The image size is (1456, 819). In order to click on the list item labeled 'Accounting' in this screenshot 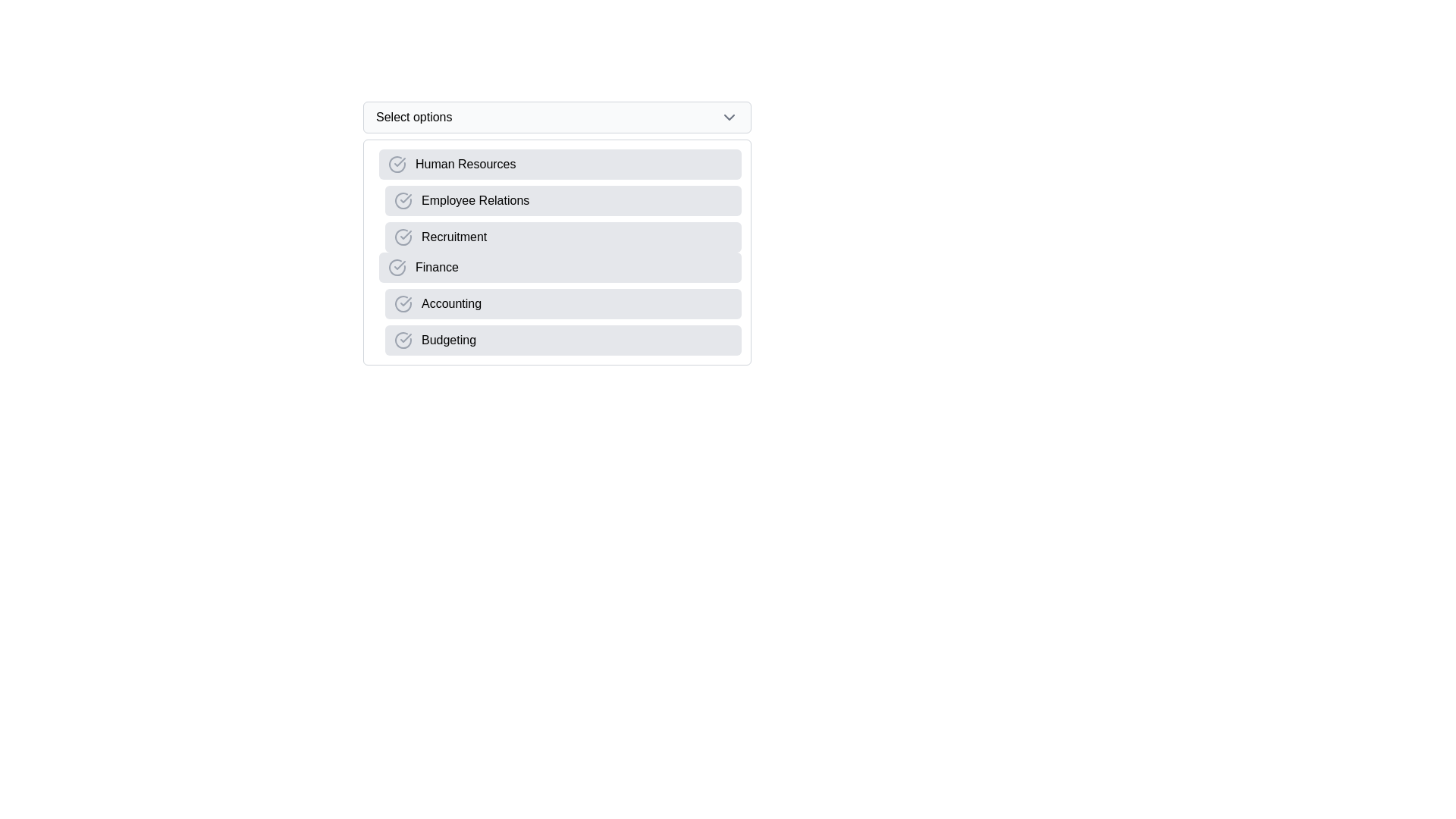, I will do `click(563, 304)`.